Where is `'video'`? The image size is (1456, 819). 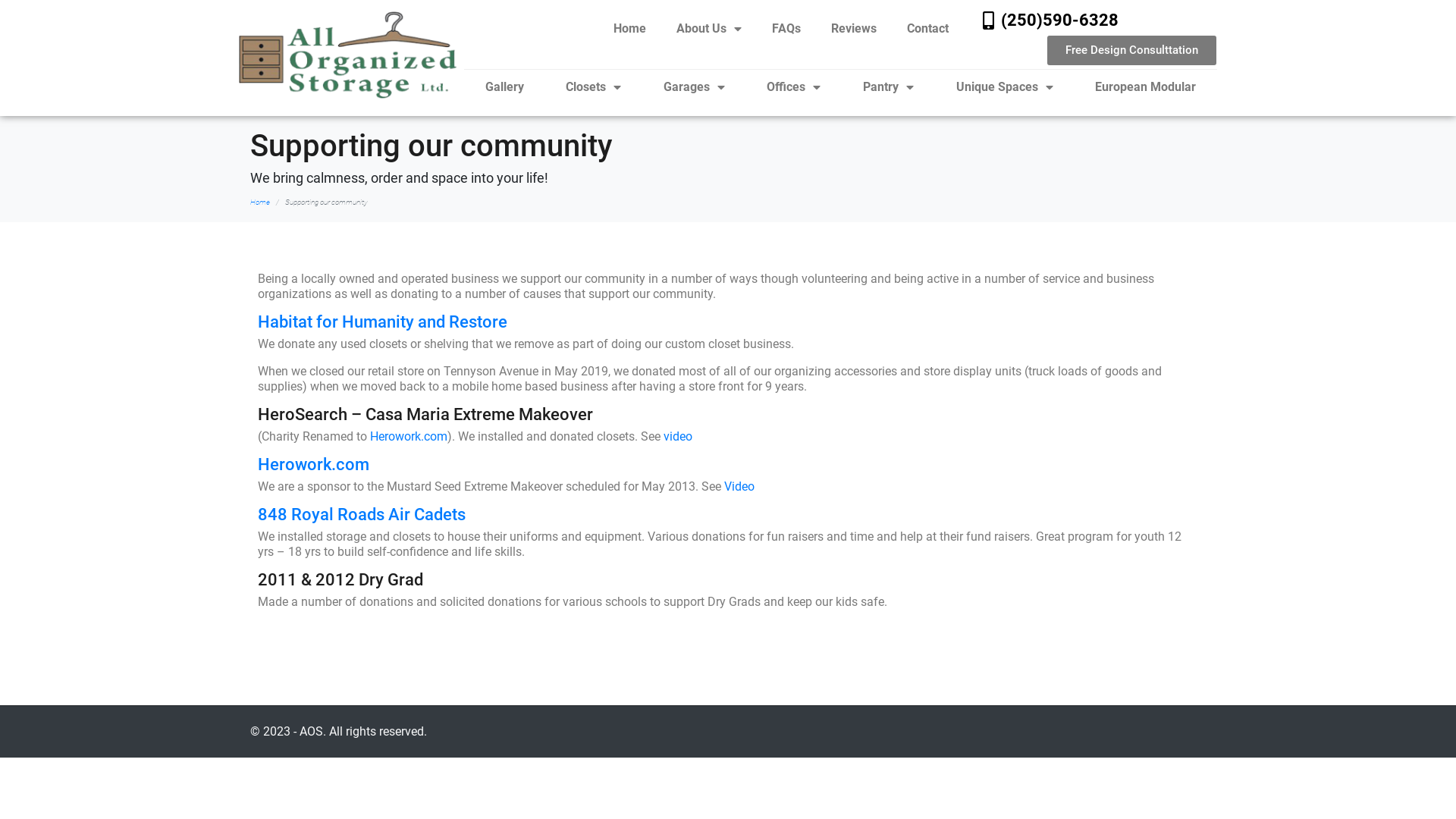
'video' is located at coordinates (663, 436).